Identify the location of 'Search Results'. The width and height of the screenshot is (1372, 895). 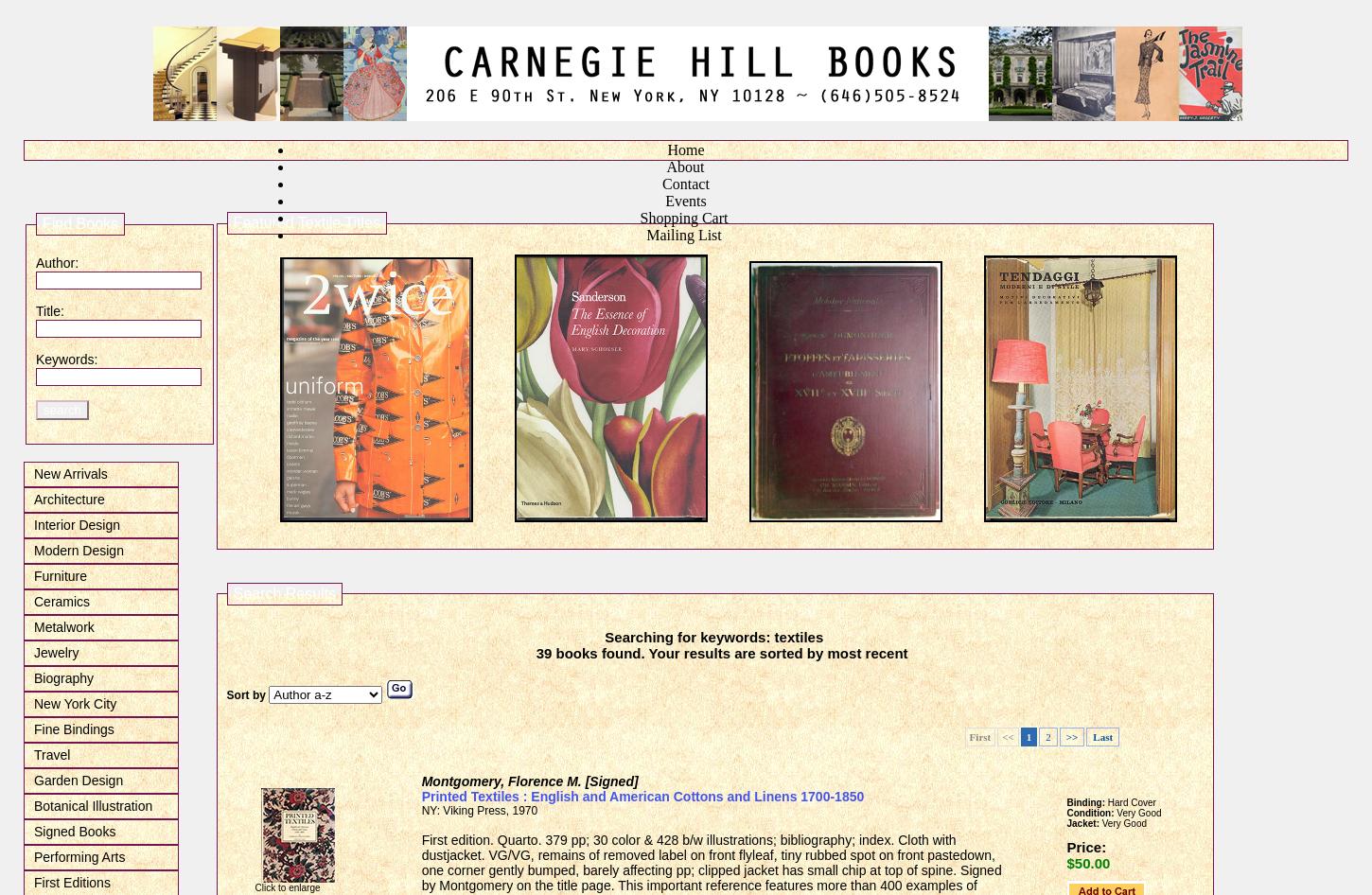
(233, 591).